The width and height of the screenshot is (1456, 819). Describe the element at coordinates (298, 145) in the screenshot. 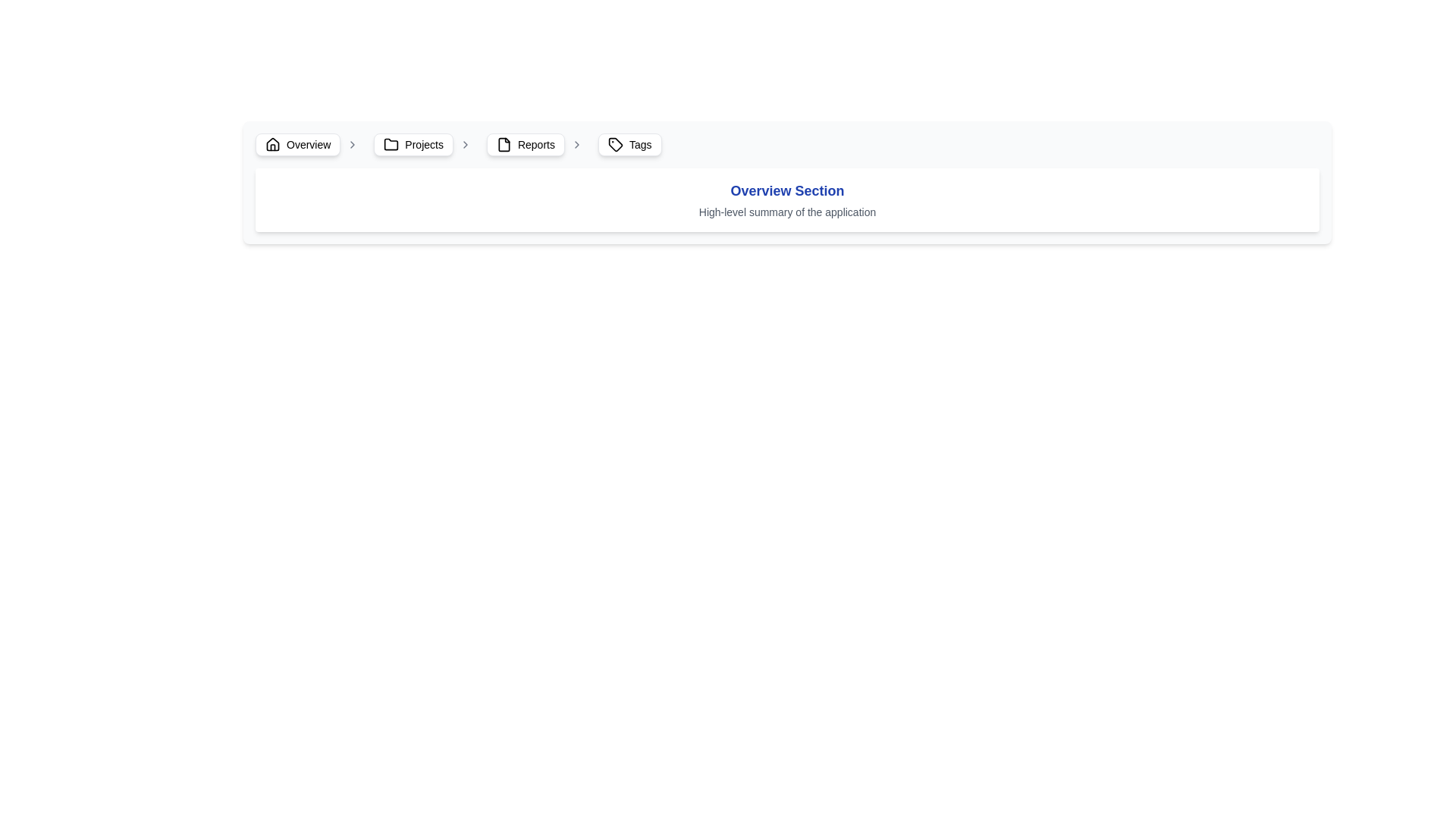

I see `the 'Overview' button located at the far left of the navigation bar, which has a white background, rounded corners, and contains a house icon on the left` at that location.